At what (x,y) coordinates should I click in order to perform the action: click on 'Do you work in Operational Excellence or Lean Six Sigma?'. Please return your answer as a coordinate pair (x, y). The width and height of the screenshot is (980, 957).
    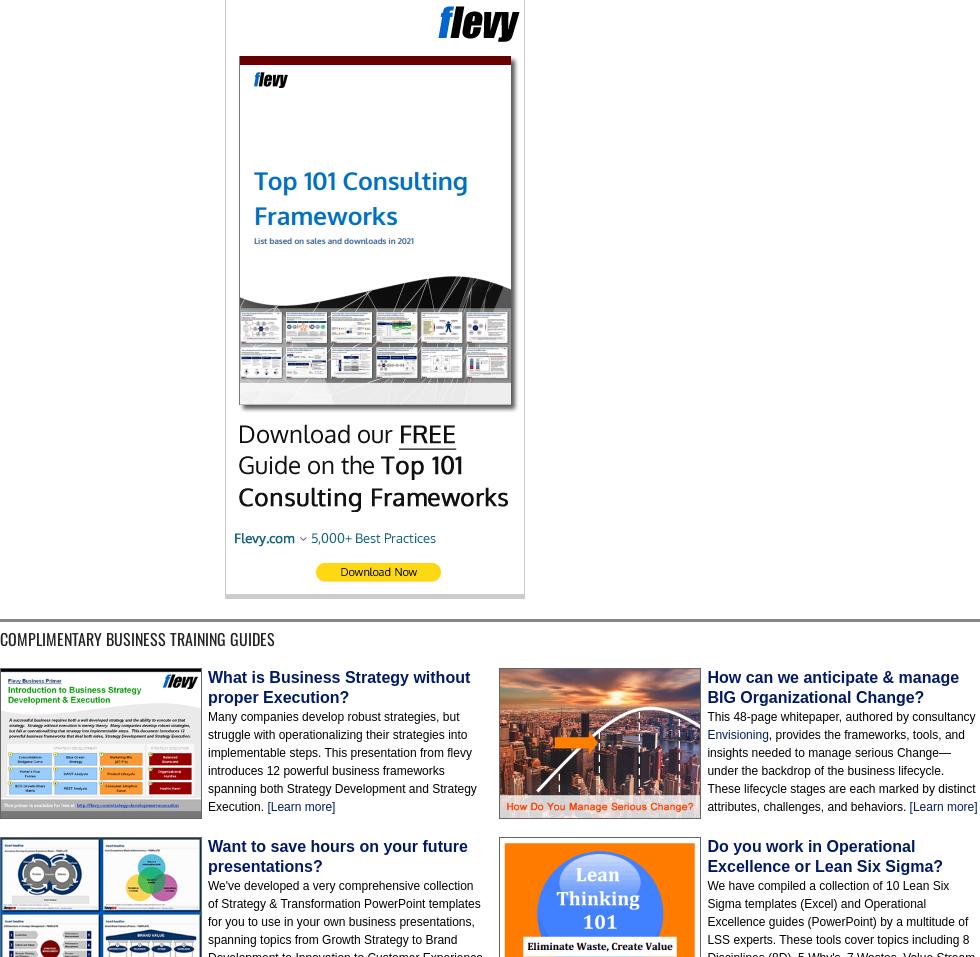
    Looking at the image, I should click on (824, 855).